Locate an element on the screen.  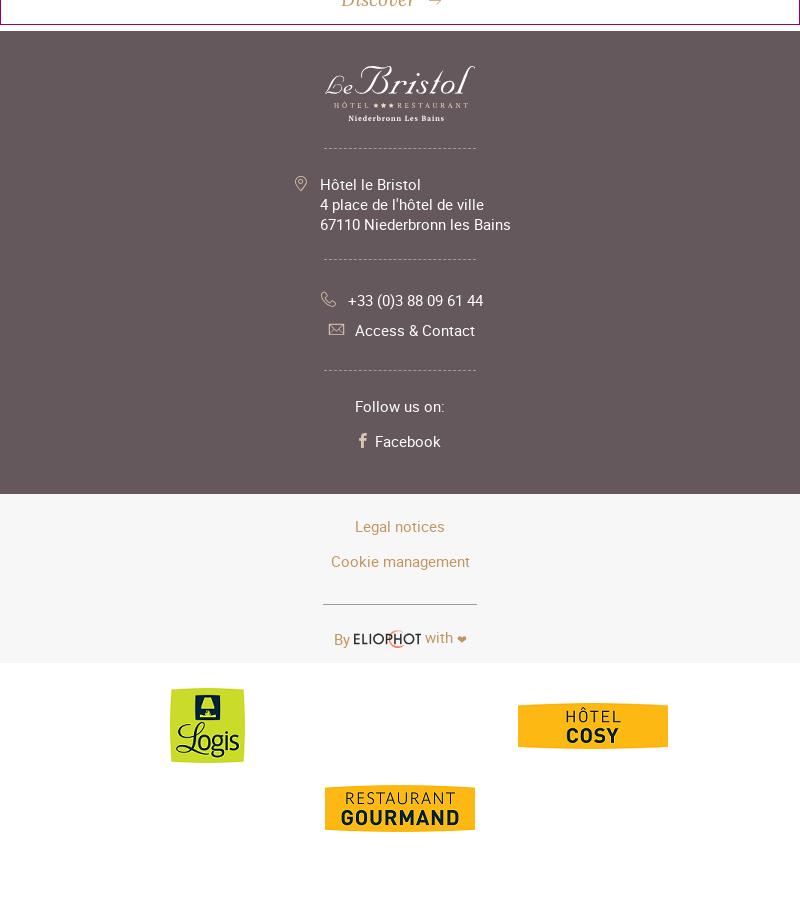
'Follow us on:' is located at coordinates (400, 403).